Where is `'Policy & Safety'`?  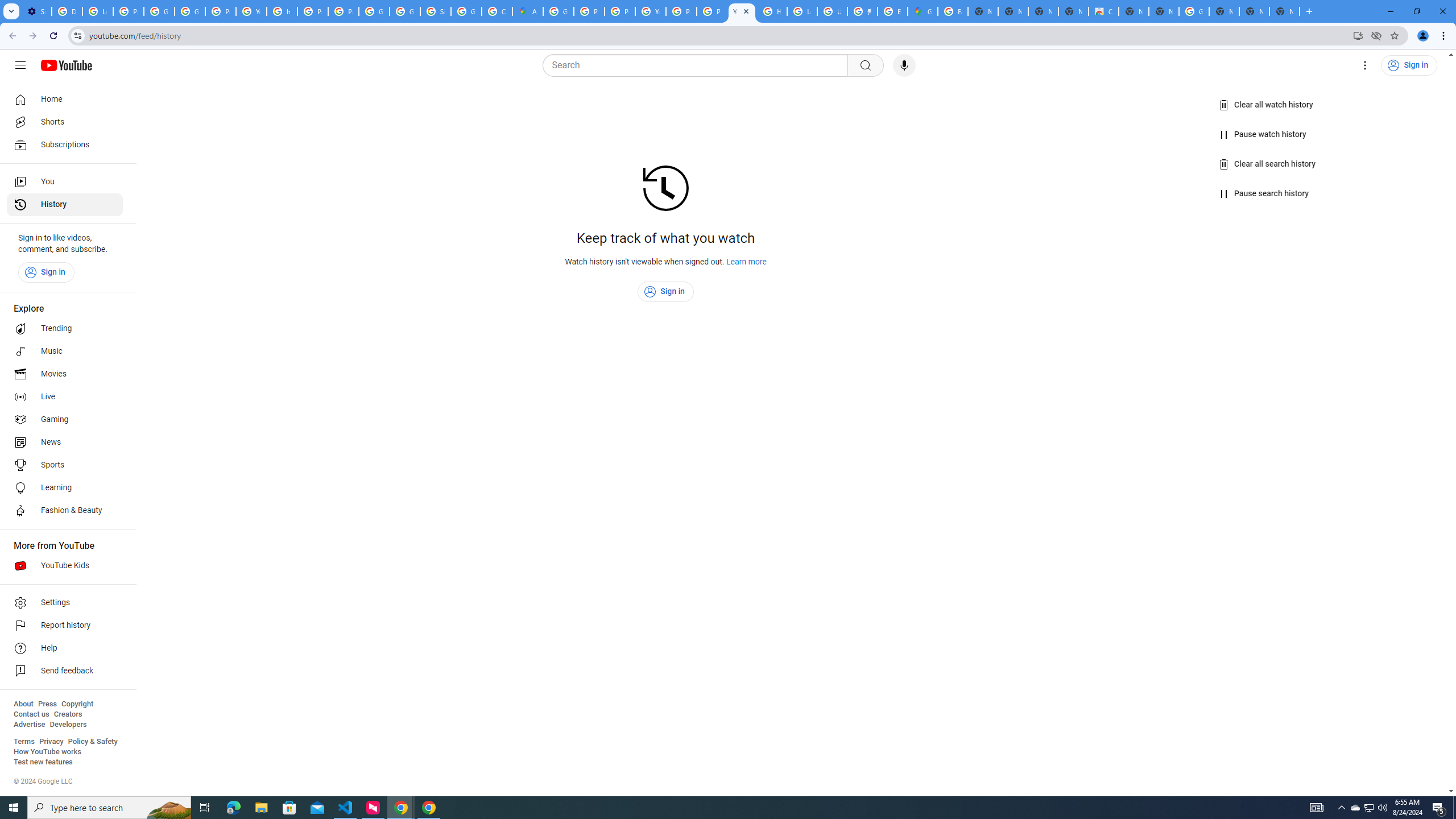
'Policy & Safety' is located at coordinates (92, 741).